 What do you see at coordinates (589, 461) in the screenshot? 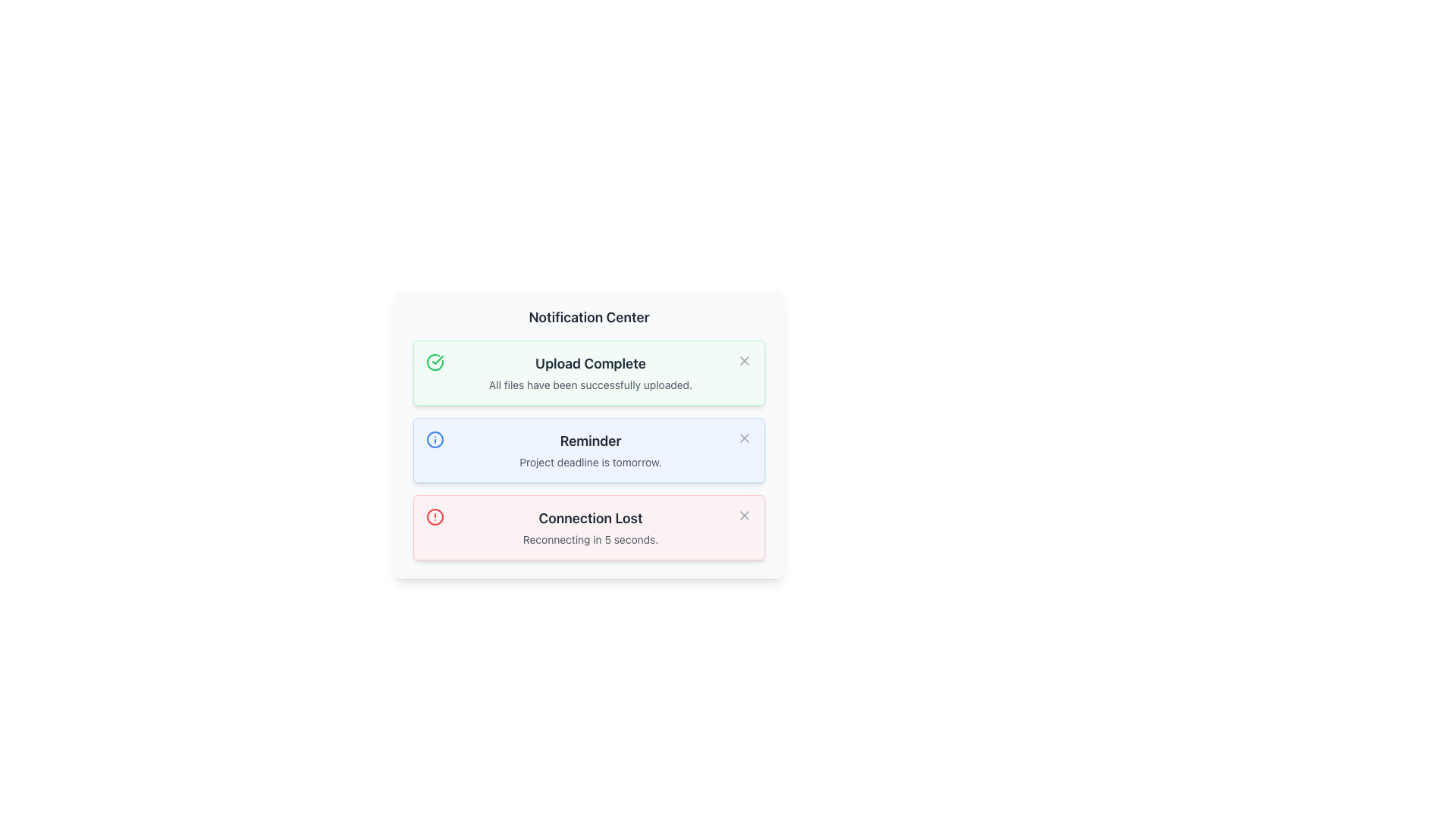
I see `the text label displaying 'Project deadline is tomorrow.' located in the second notification card under the heading 'Reminder'` at bounding box center [589, 461].